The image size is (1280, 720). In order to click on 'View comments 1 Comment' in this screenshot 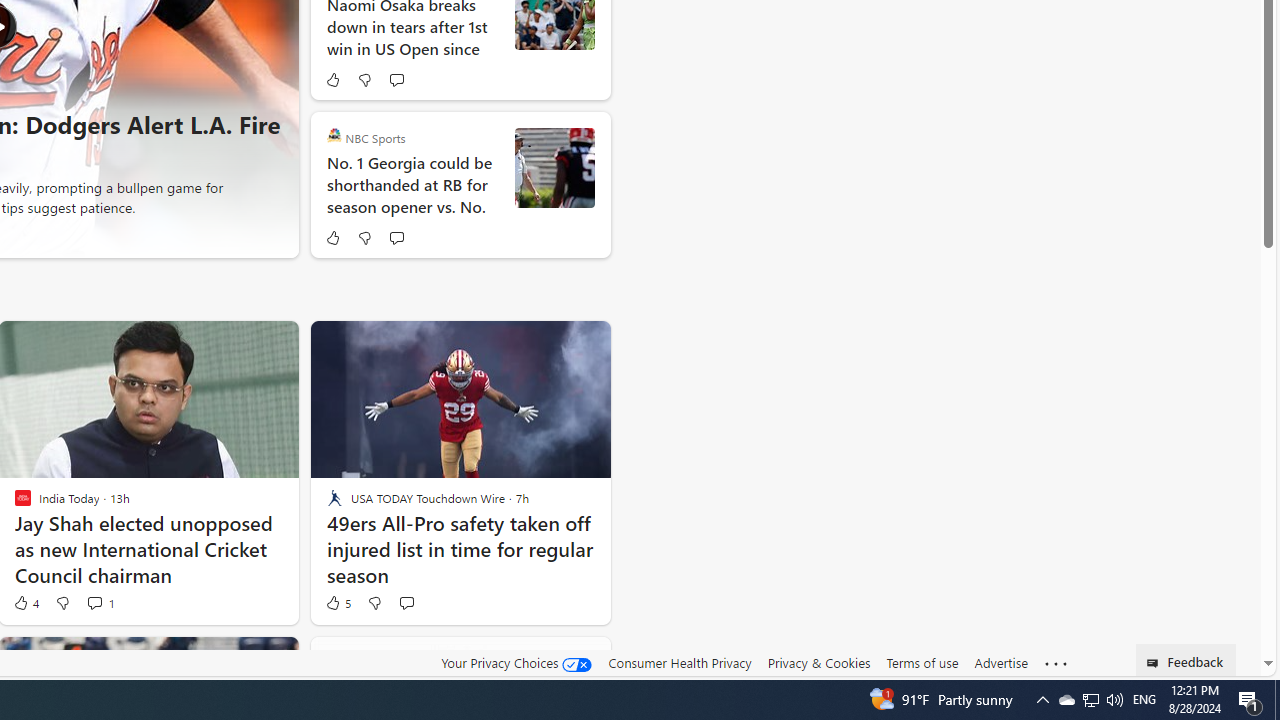, I will do `click(99, 601)`.